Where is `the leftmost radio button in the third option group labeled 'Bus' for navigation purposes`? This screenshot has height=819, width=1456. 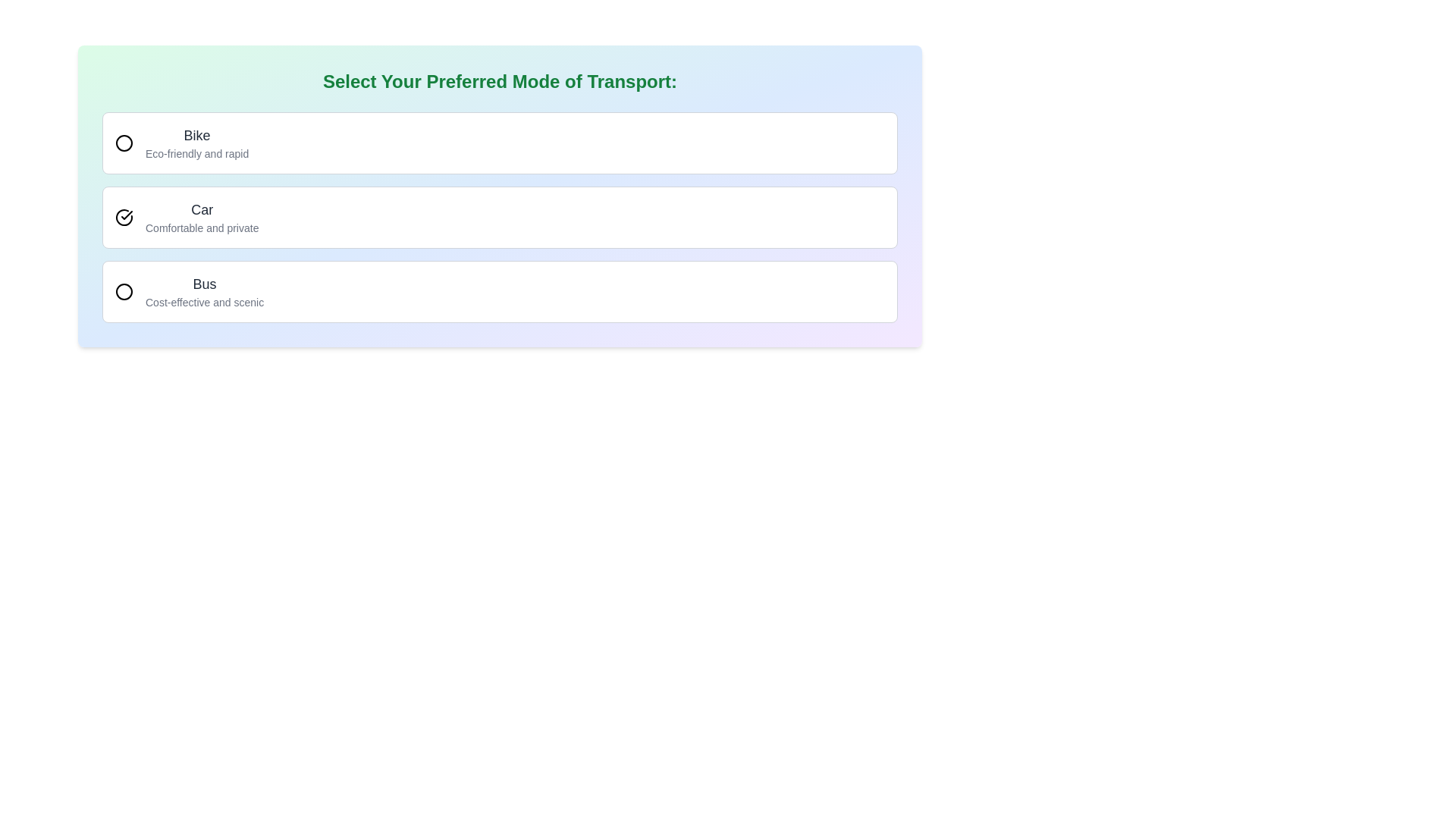
the leftmost radio button in the third option group labeled 'Bus' for navigation purposes is located at coordinates (124, 292).